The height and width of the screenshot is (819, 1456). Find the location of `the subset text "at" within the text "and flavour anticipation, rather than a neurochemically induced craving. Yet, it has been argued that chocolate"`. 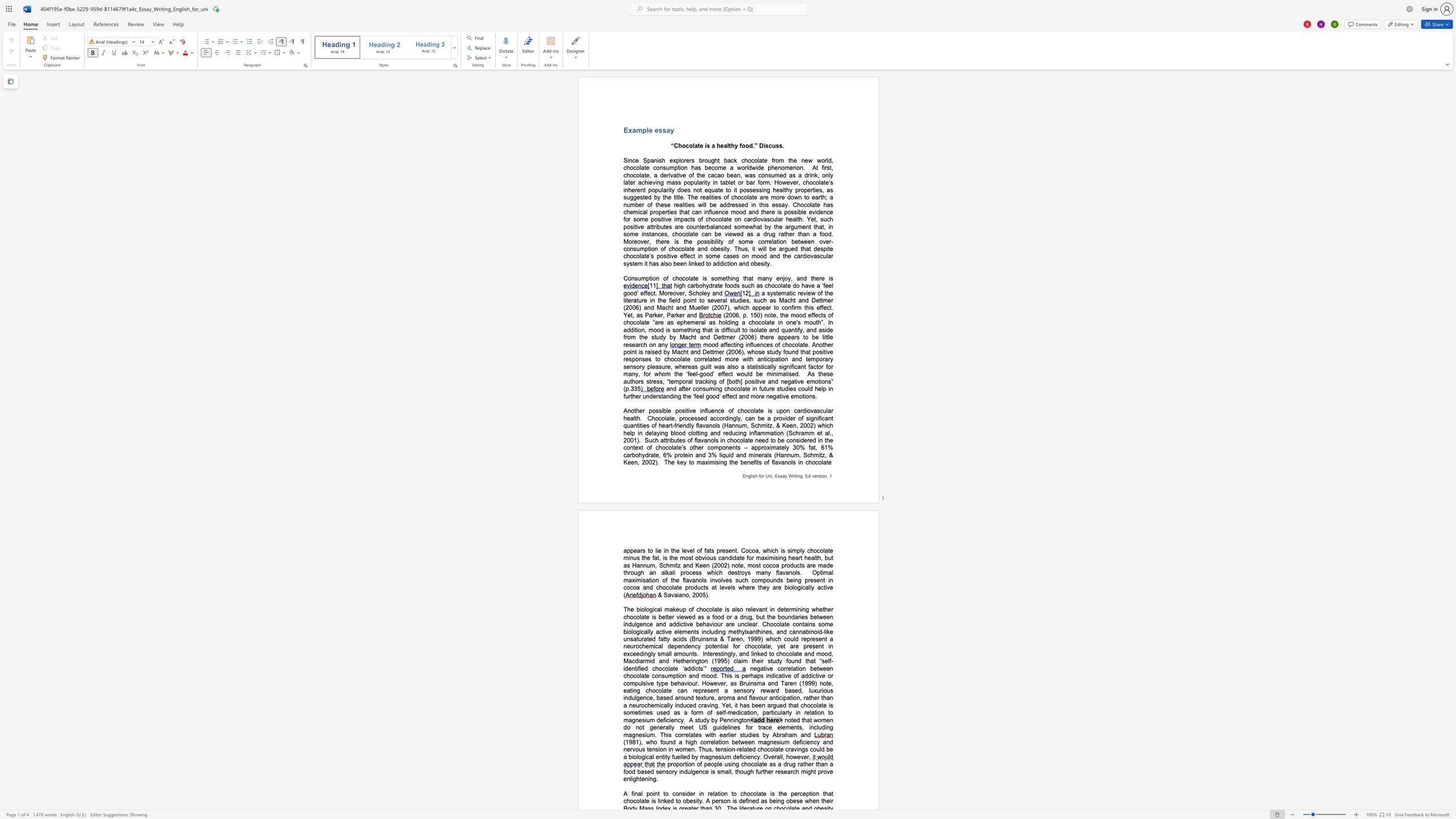

the subset text "at" within the text "and flavour anticipation, rather than a neurochemically induced craving. Yet, it has been argued that chocolate" is located at coordinates (793, 705).